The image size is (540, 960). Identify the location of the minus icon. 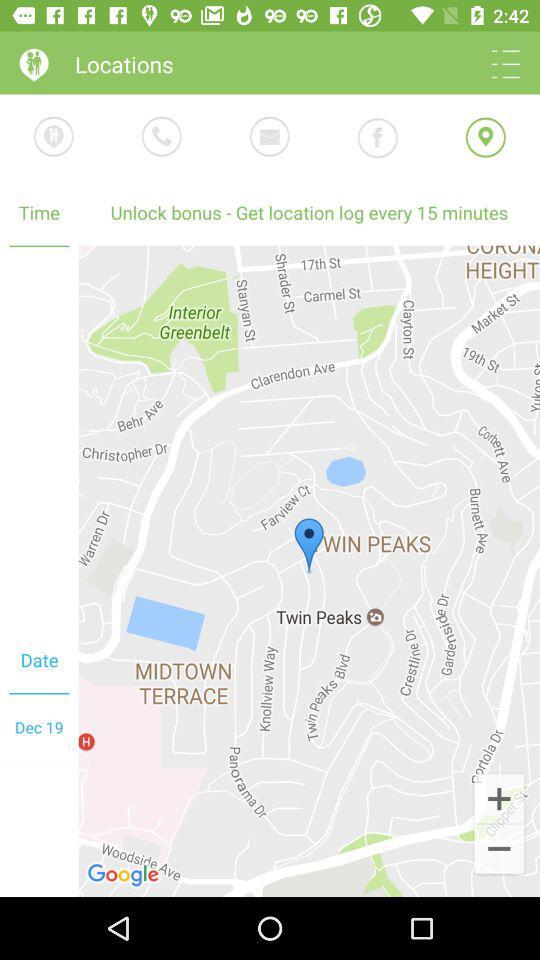
(498, 849).